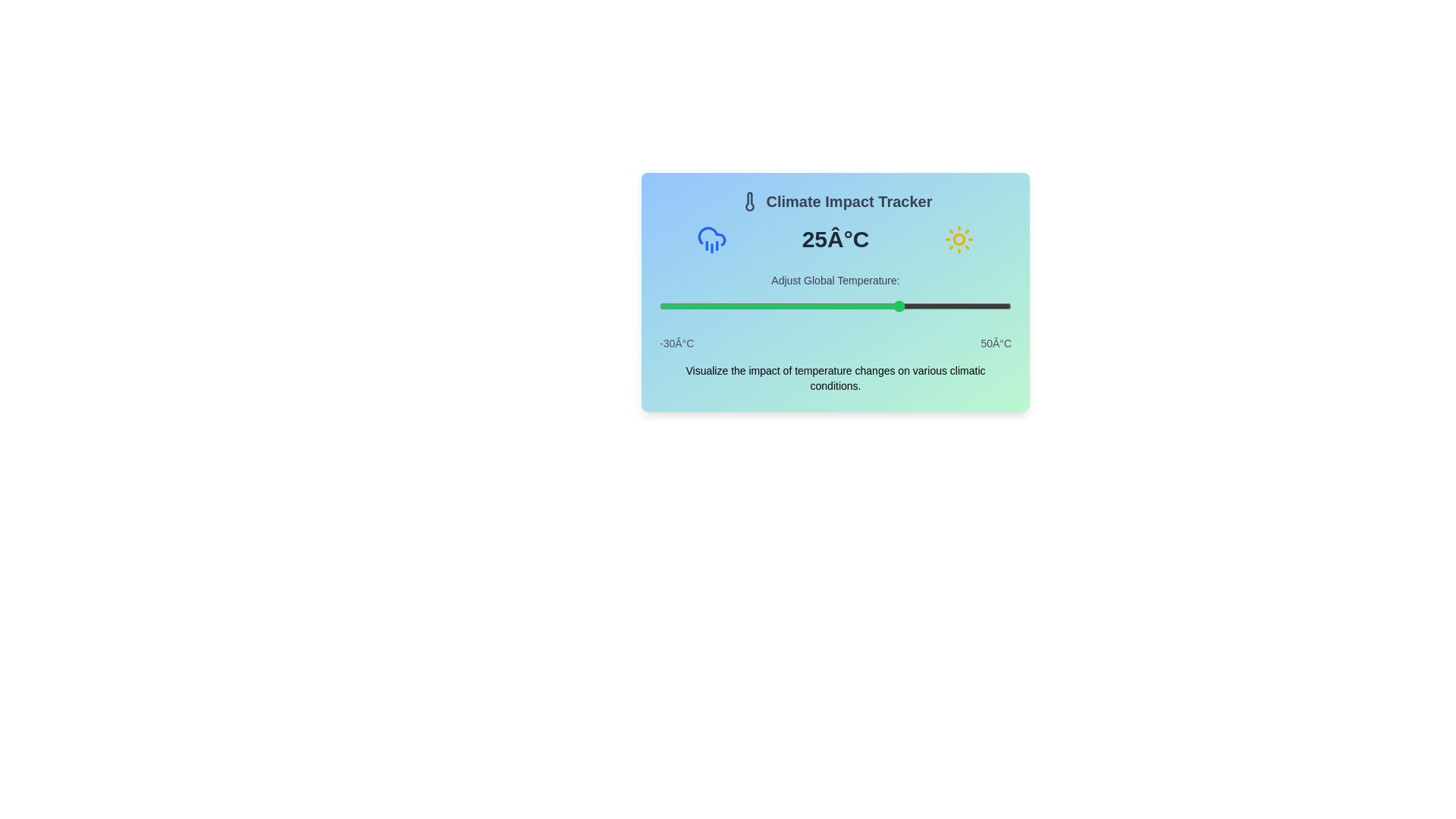 This screenshot has width=1456, height=819. What do you see at coordinates (783, 306) in the screenshot?
I see `the slider to set the temperature to -2°C` at bounding box center [783, 306].